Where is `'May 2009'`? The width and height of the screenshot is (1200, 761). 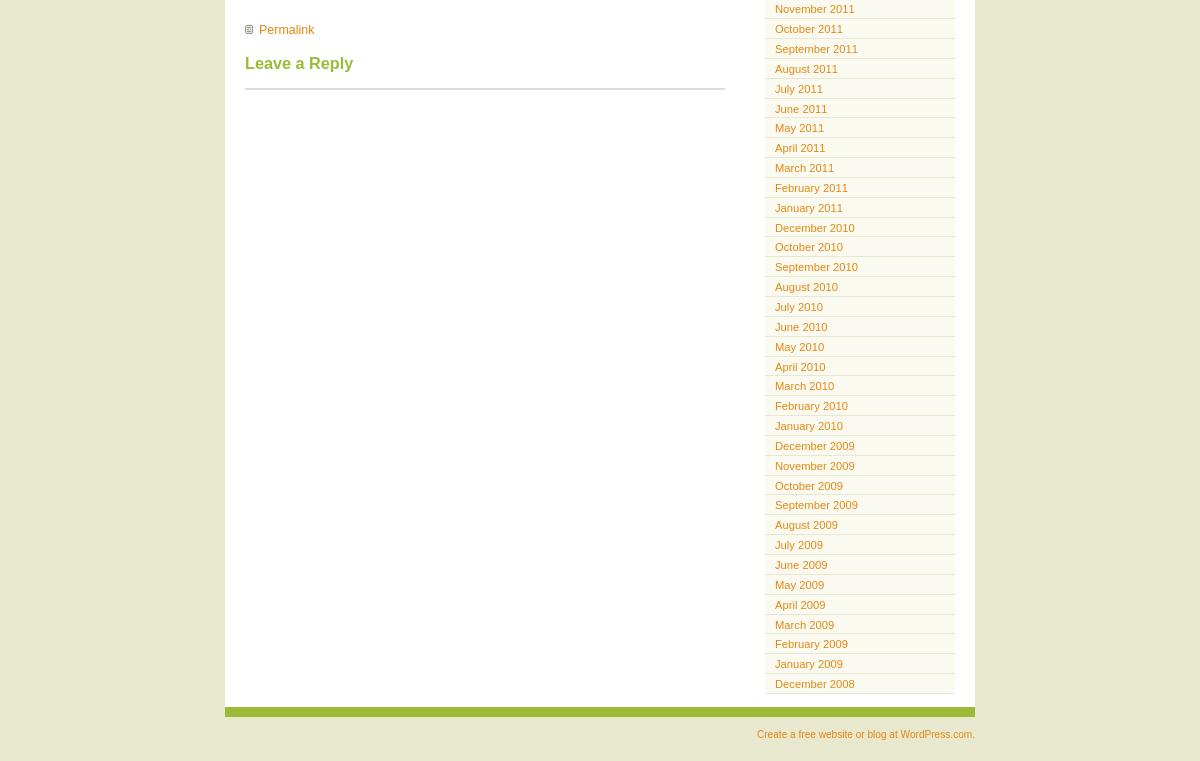 'May 2009' is located at coordinates (798, 583).